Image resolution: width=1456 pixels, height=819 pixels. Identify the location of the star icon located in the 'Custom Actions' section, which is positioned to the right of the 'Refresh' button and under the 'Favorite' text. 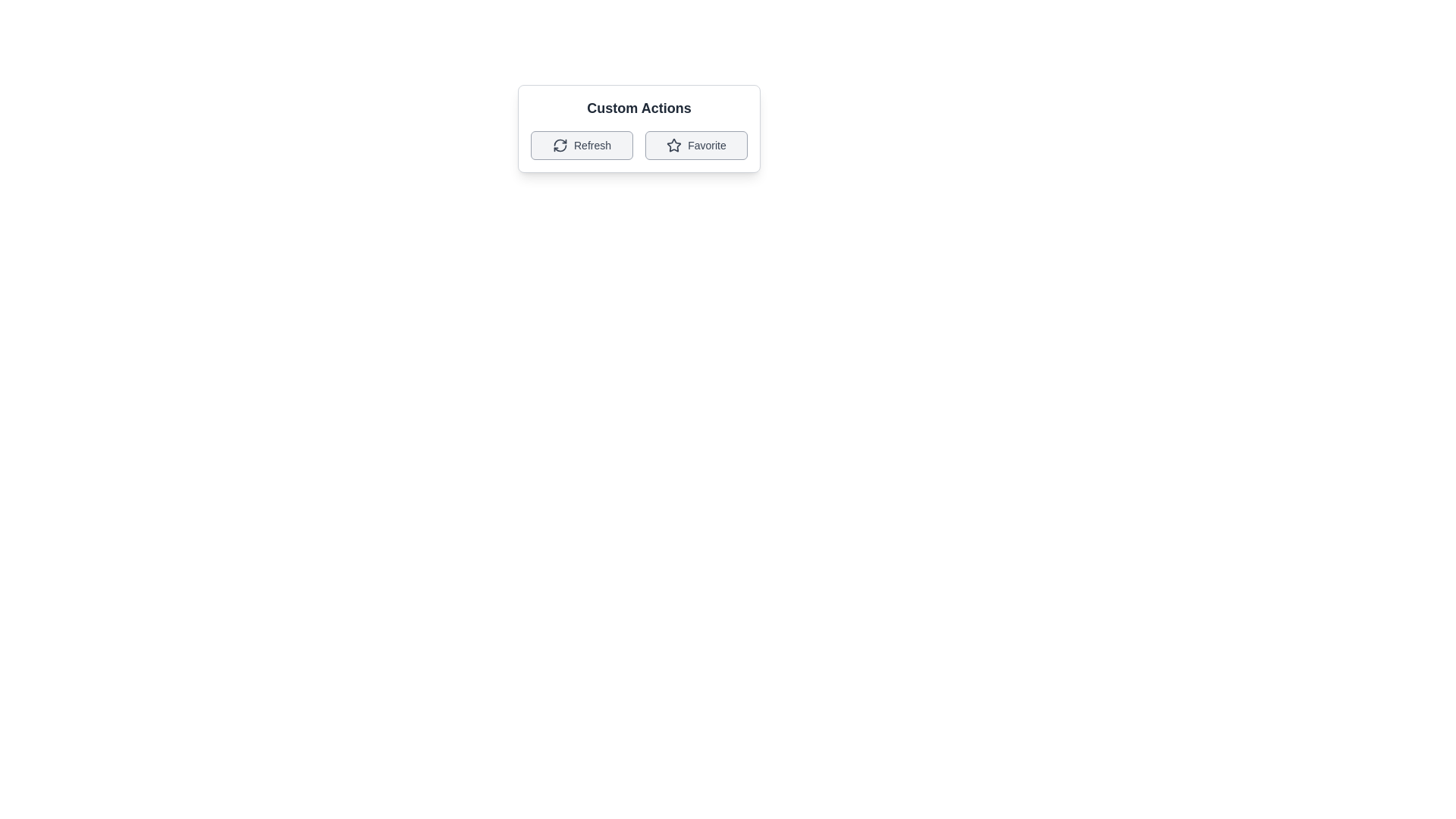
(673, 145).